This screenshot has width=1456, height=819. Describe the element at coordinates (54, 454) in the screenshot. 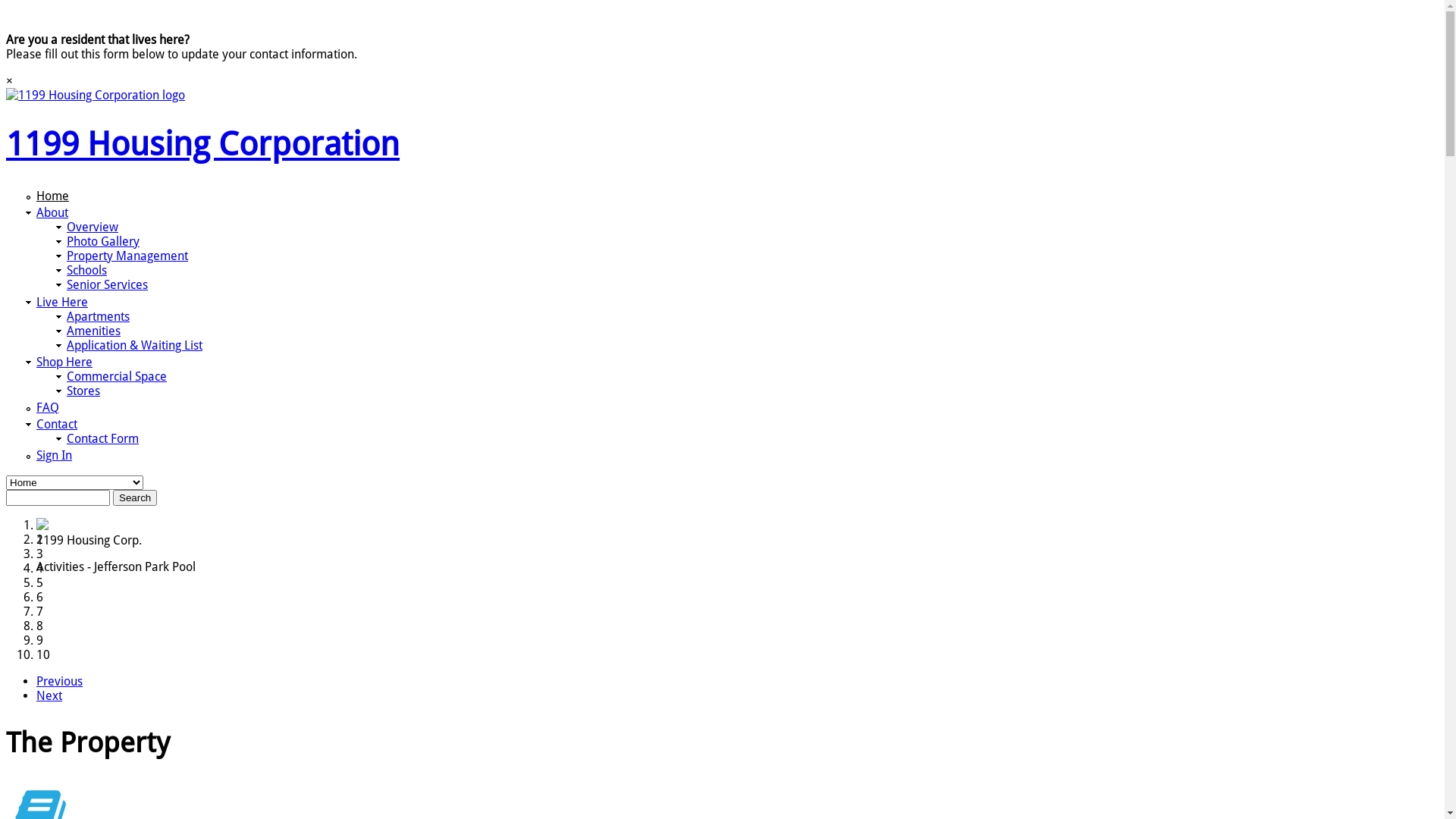

I see `'Sign In'` at that location.